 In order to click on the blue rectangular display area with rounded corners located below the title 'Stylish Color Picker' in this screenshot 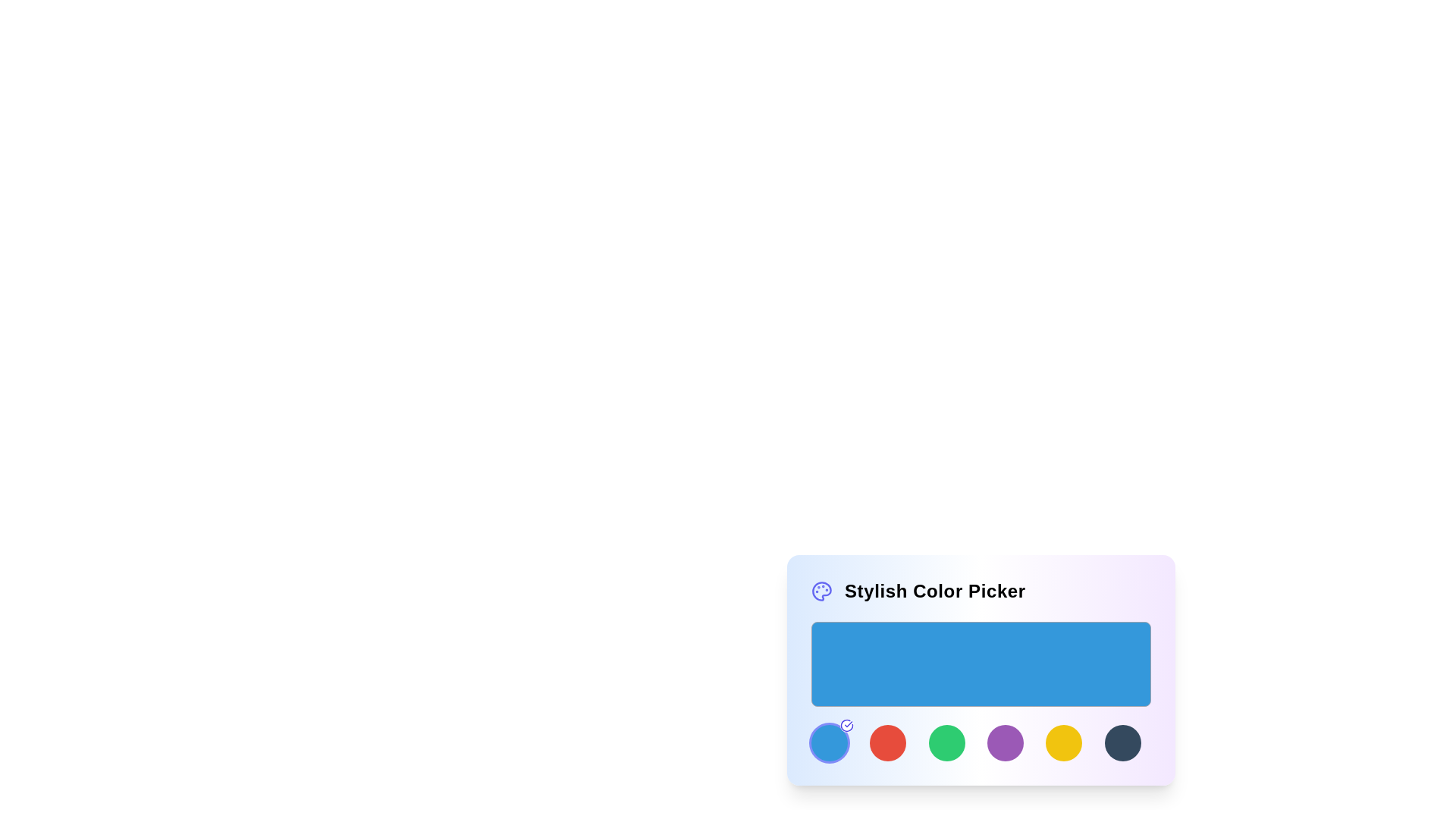, I will do `click(981, 663)`.